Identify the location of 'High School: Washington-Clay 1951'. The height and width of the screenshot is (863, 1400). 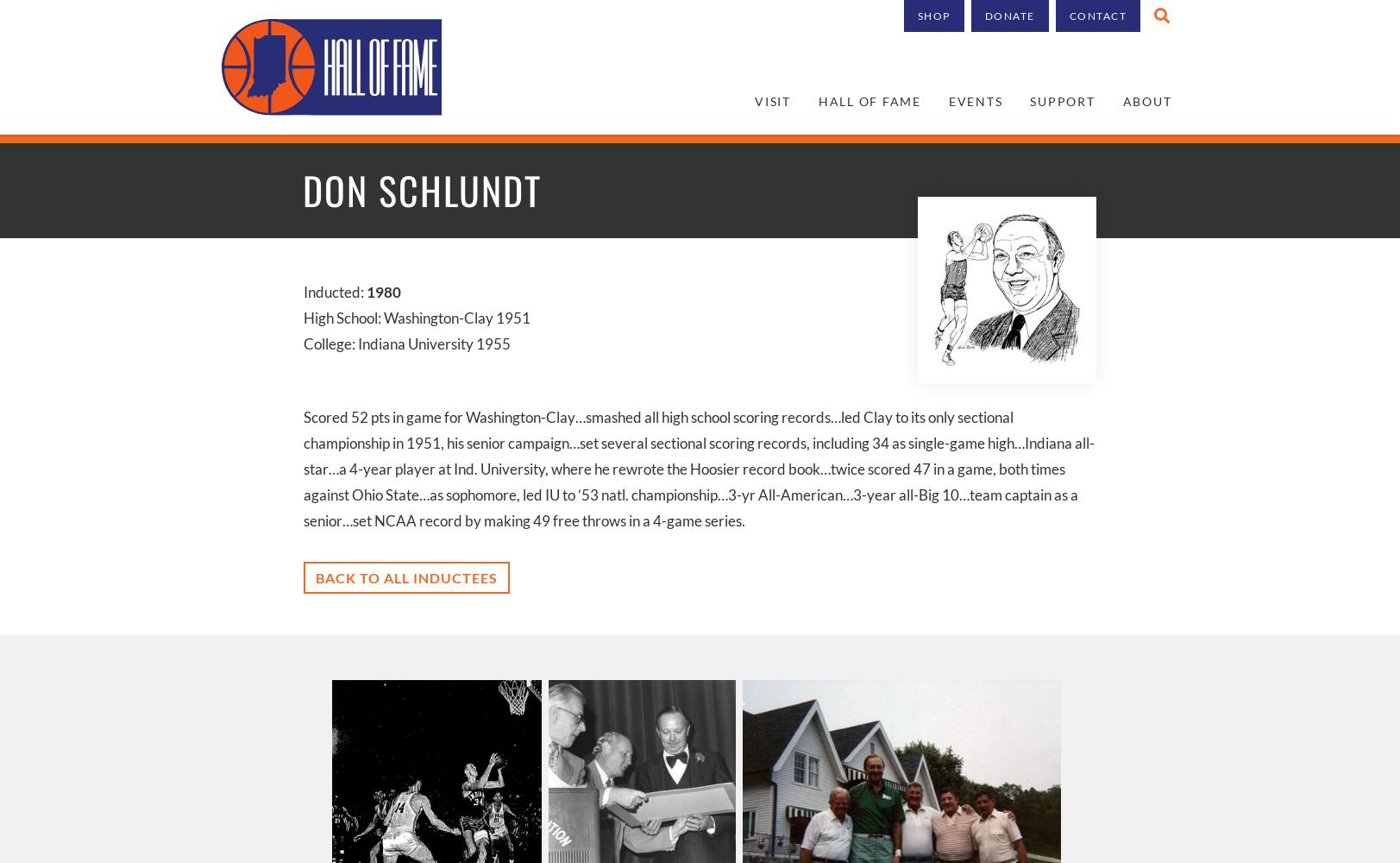
(416, 317).